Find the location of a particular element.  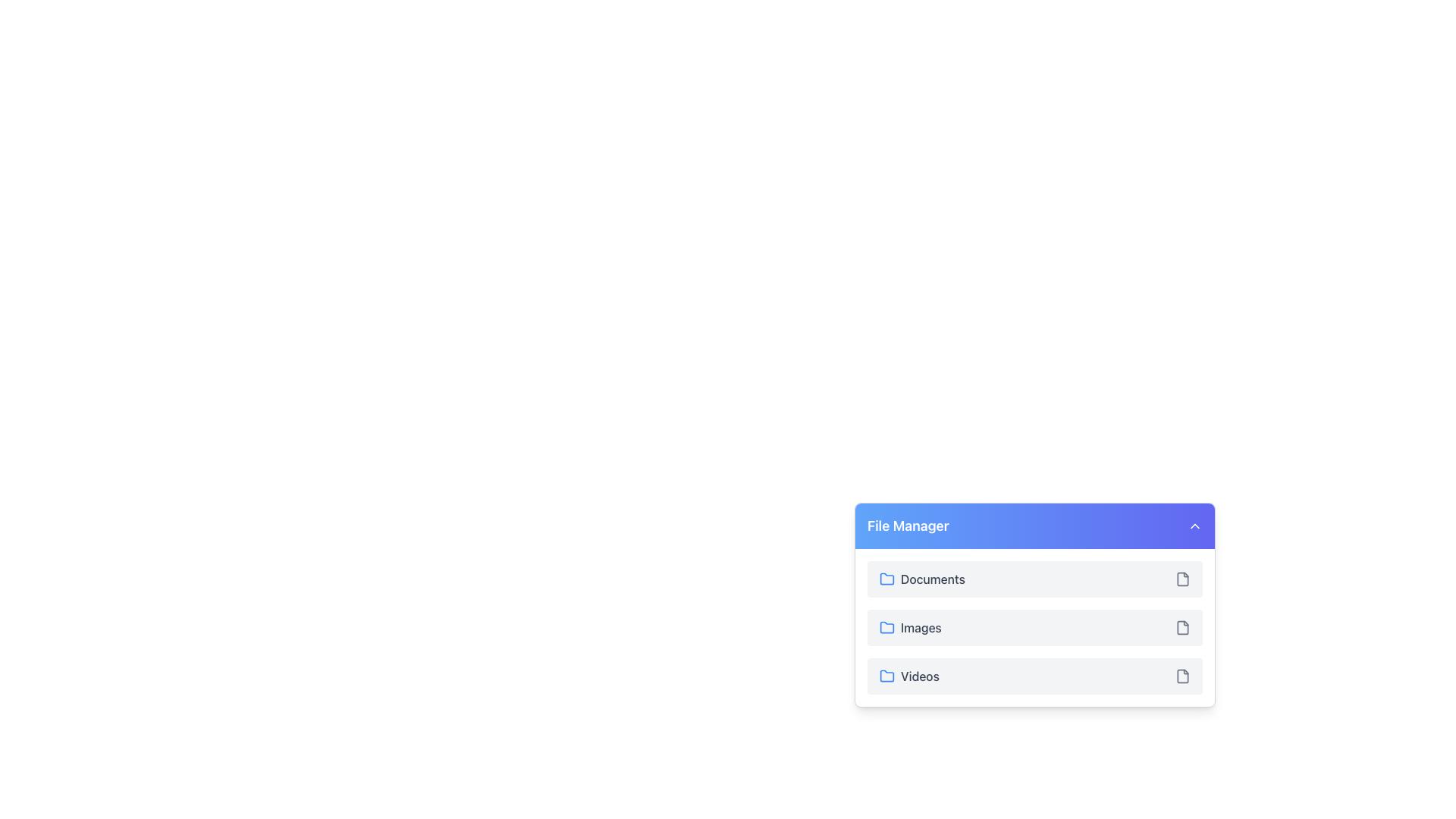

the text label 'Videos' which is associated with a blue folder icon in the File Manager section is located at coordinates (919, 675).